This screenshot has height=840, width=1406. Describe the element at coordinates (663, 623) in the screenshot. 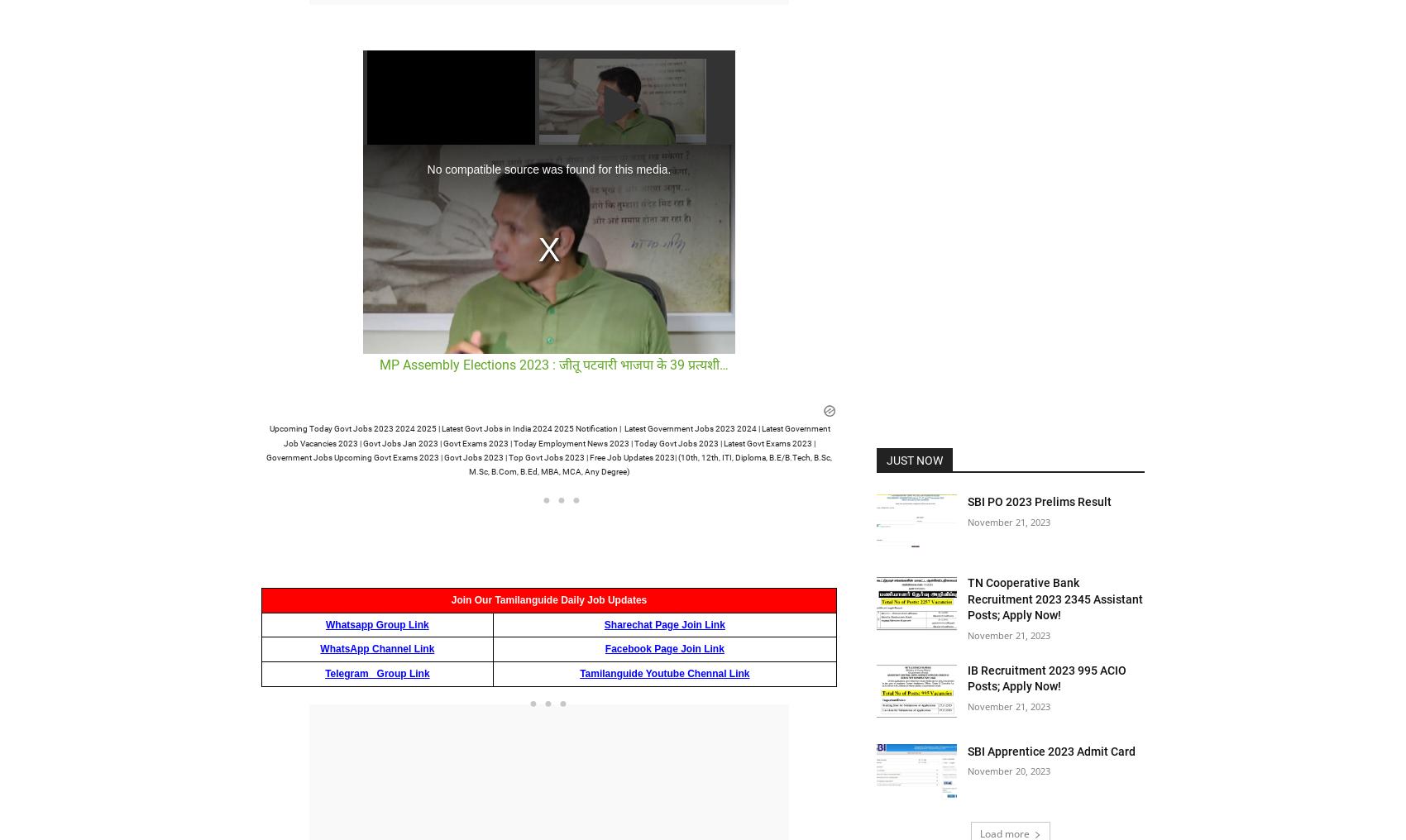

I see `'Sharechat Page Join Link'` at that location.